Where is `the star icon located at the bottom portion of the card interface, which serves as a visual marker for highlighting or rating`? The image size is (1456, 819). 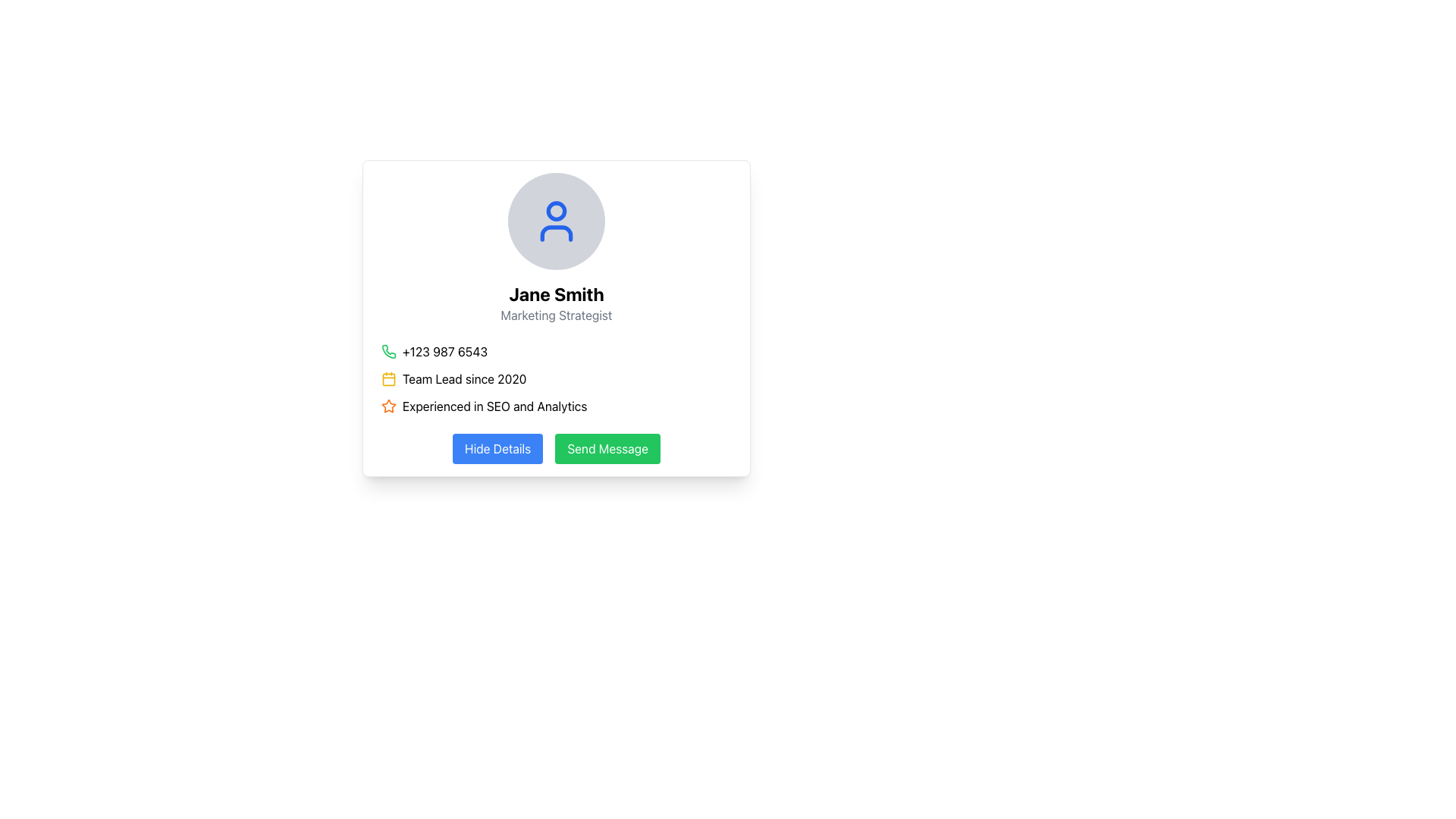
the star icon located at the bottom portion of the card interface, which serves as a visual marker for highlighting or rating is located at coordinates (389, 405).